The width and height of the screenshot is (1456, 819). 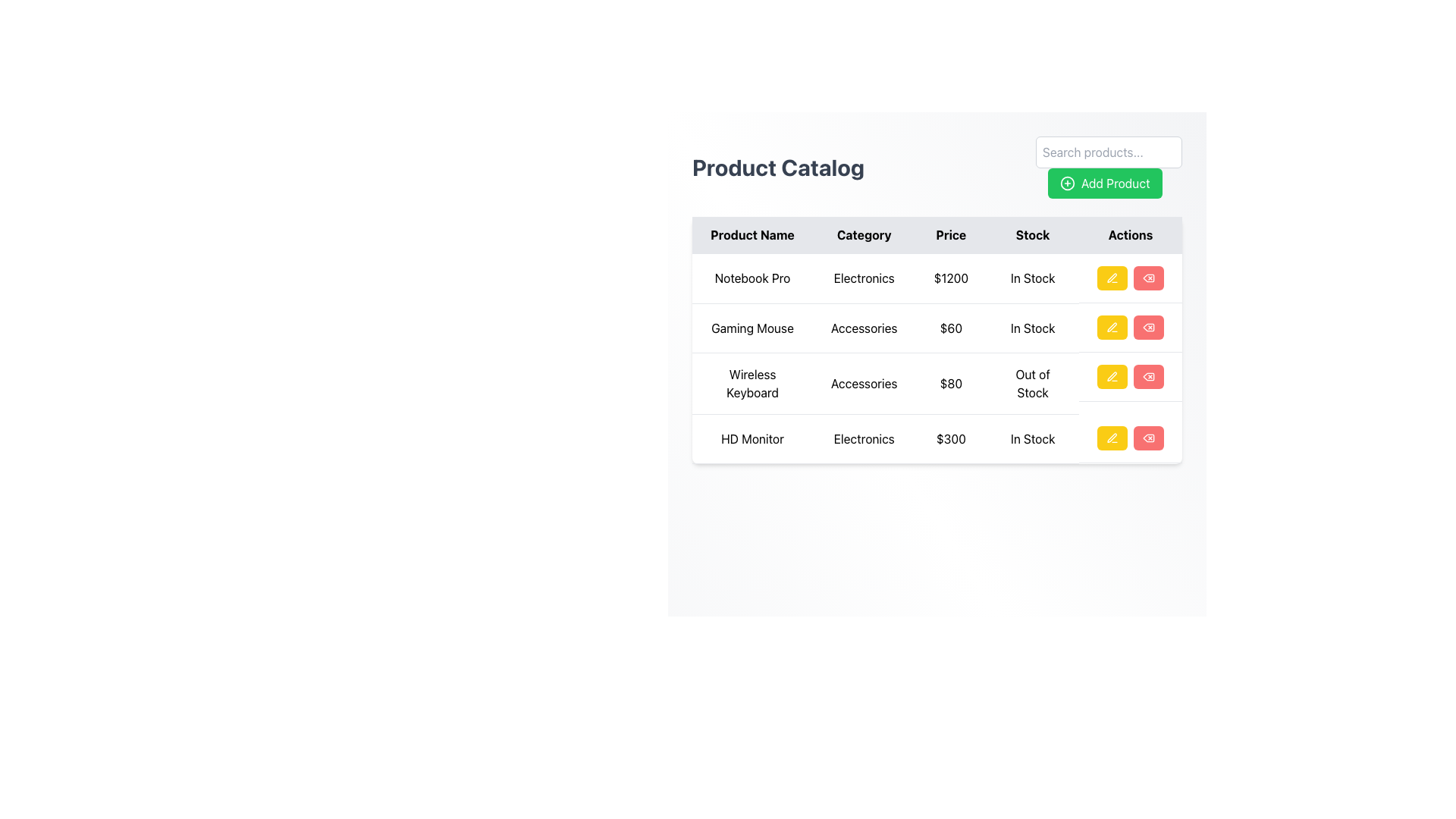 I want to click on the delete icon located in the 'Actions' column of the second row corresponding to the 'Gaming Mouse' product, so click(x=1149, y=327).